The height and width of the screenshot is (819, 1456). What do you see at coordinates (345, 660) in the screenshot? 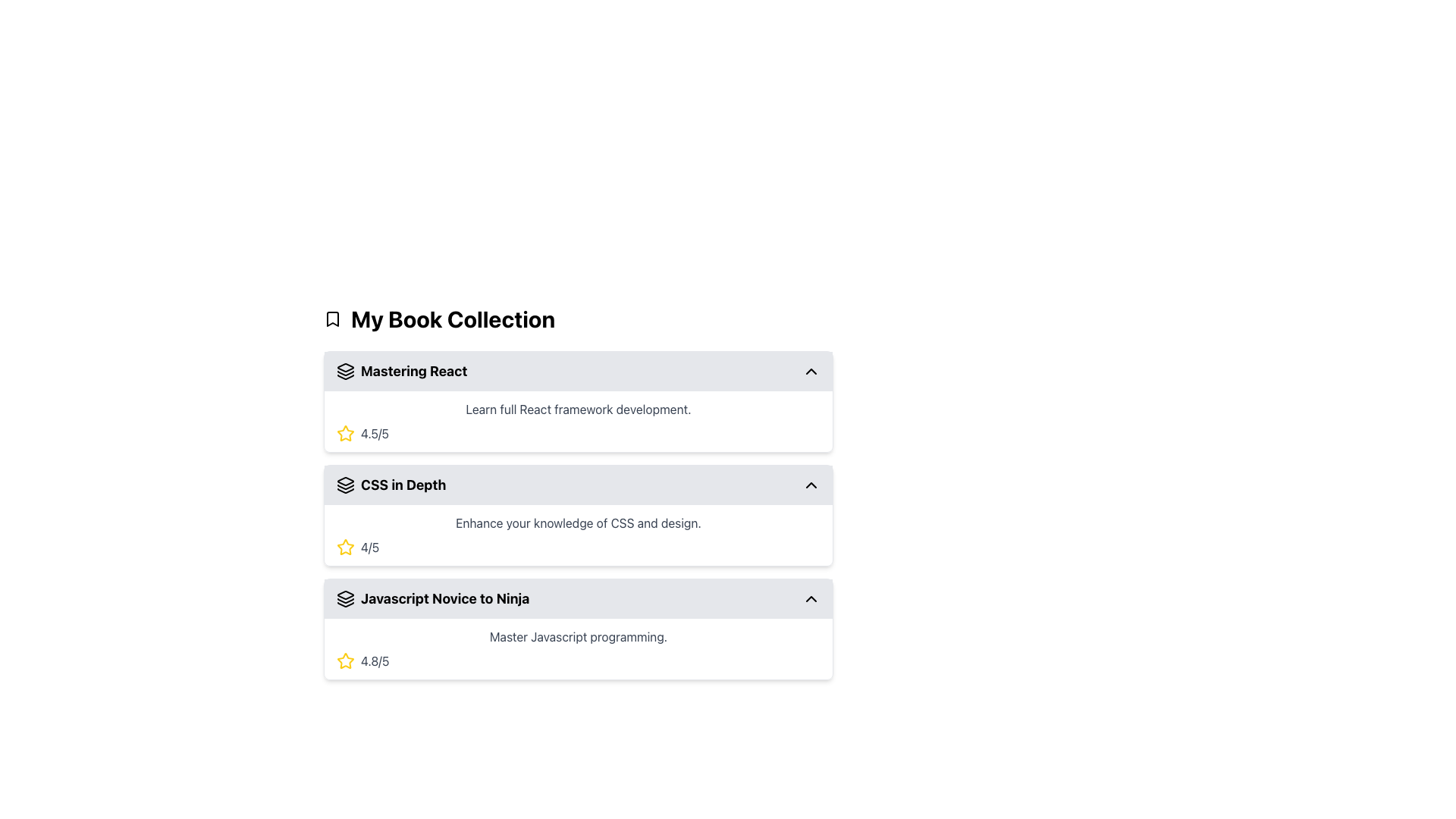
I see `the rating representation icon located in the third section labeled 'Javascript Novice to Ninja', positioned to the left of the '4.8/5' text` at bounding box center [345, 660].